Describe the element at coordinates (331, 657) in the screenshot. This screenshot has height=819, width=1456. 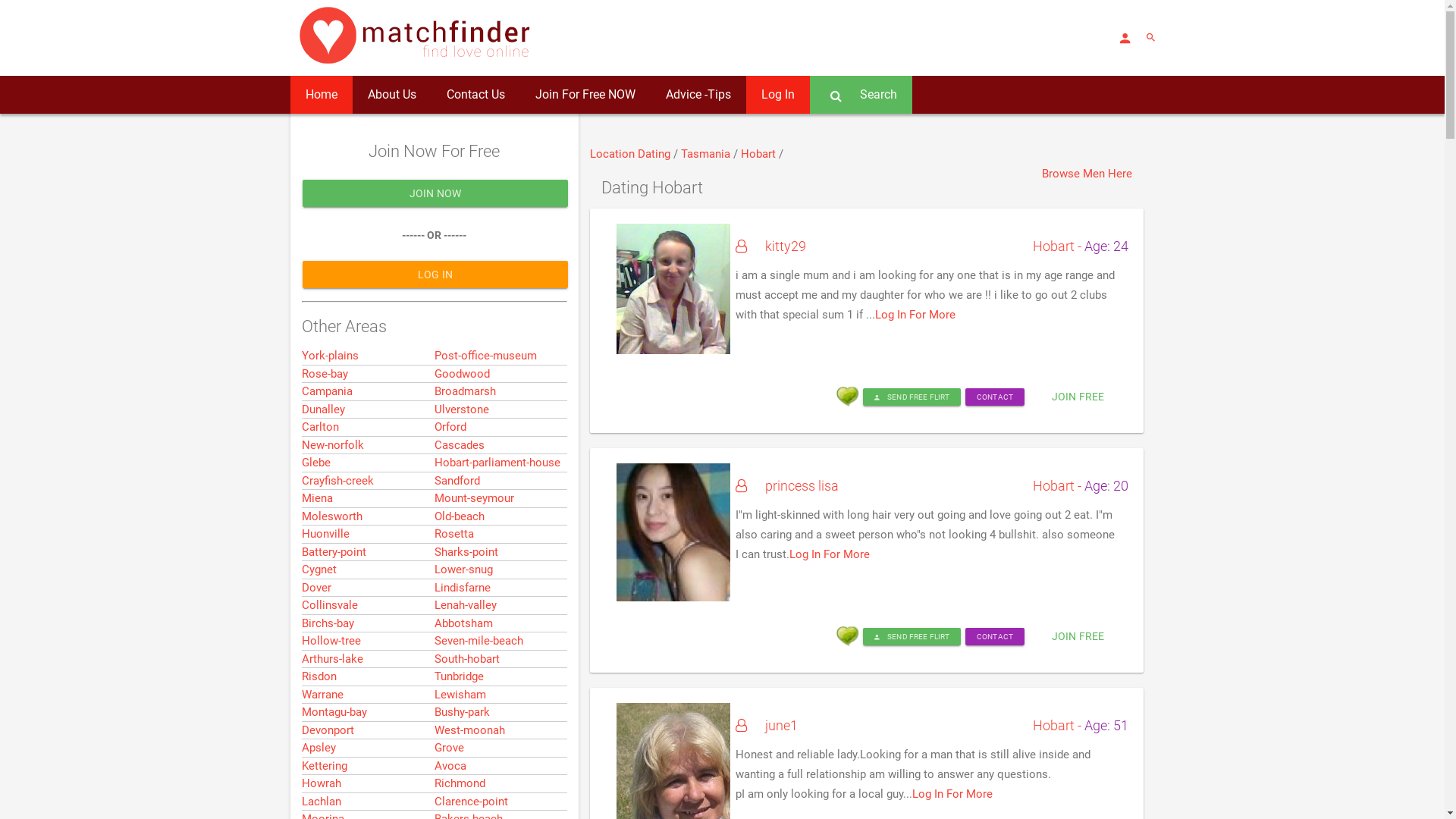
I see `'Arthurs-lake'` at that location.